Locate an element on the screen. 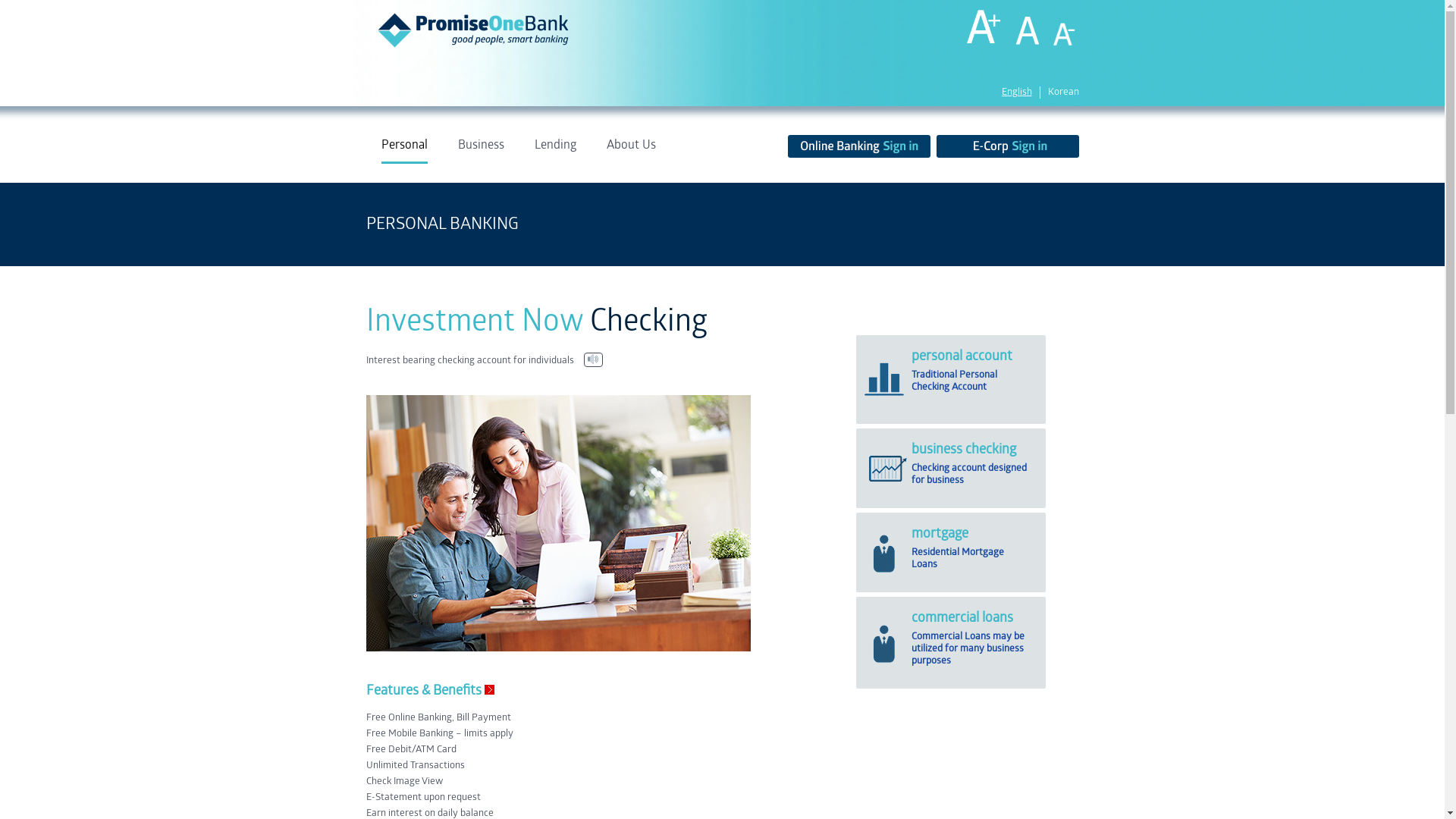 The image size is (1456, 819). 'Personal' is located at coordinates (403, 151).